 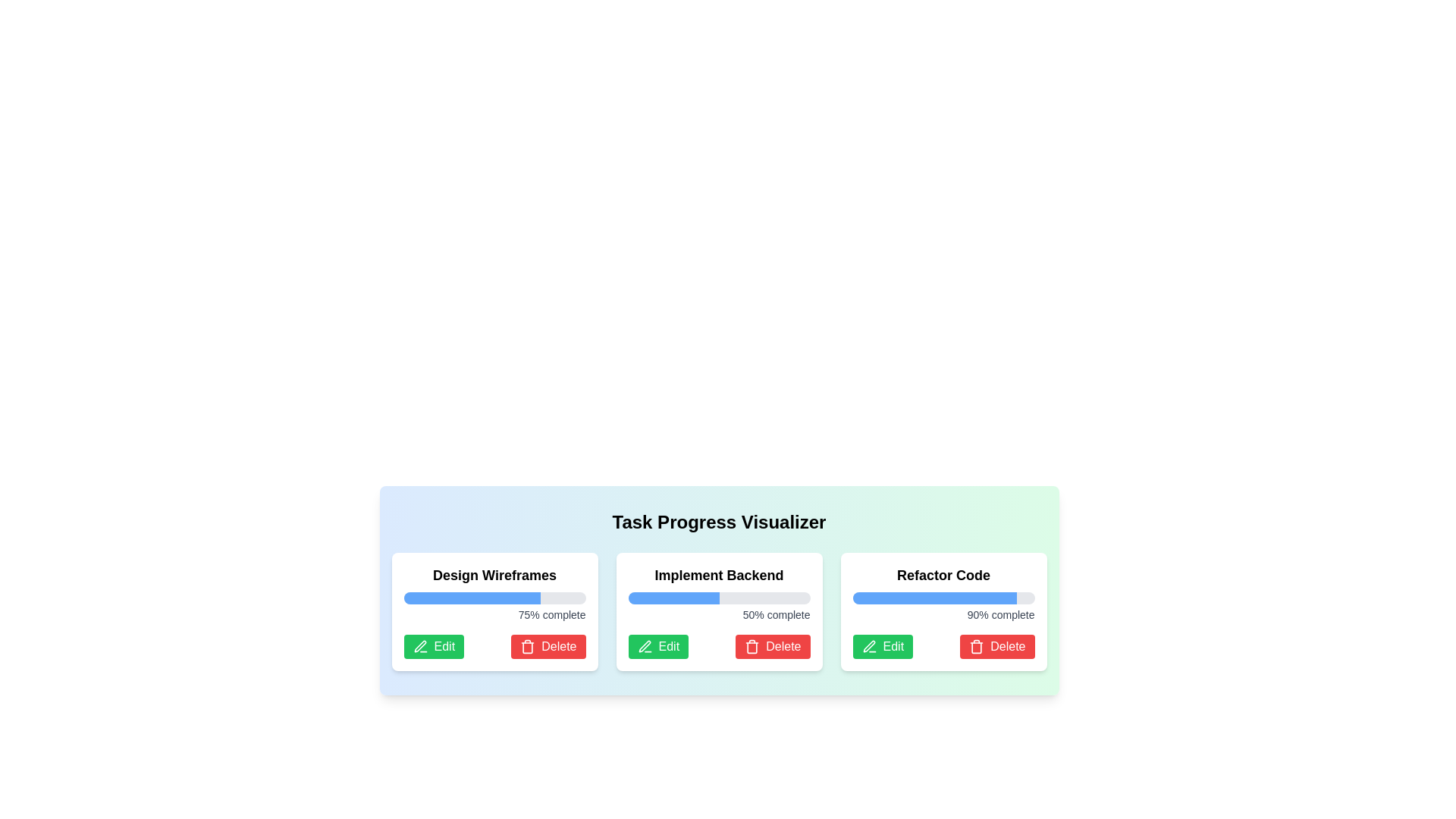 What do you see at coordinates (548, 646) in the screenshot?
I see `the red 'Delete' button with a trash can icon located to the right of the 'Edit' button in the 'Design Wireframes' card to initiate a delete action` at bounding box center [548, 646].